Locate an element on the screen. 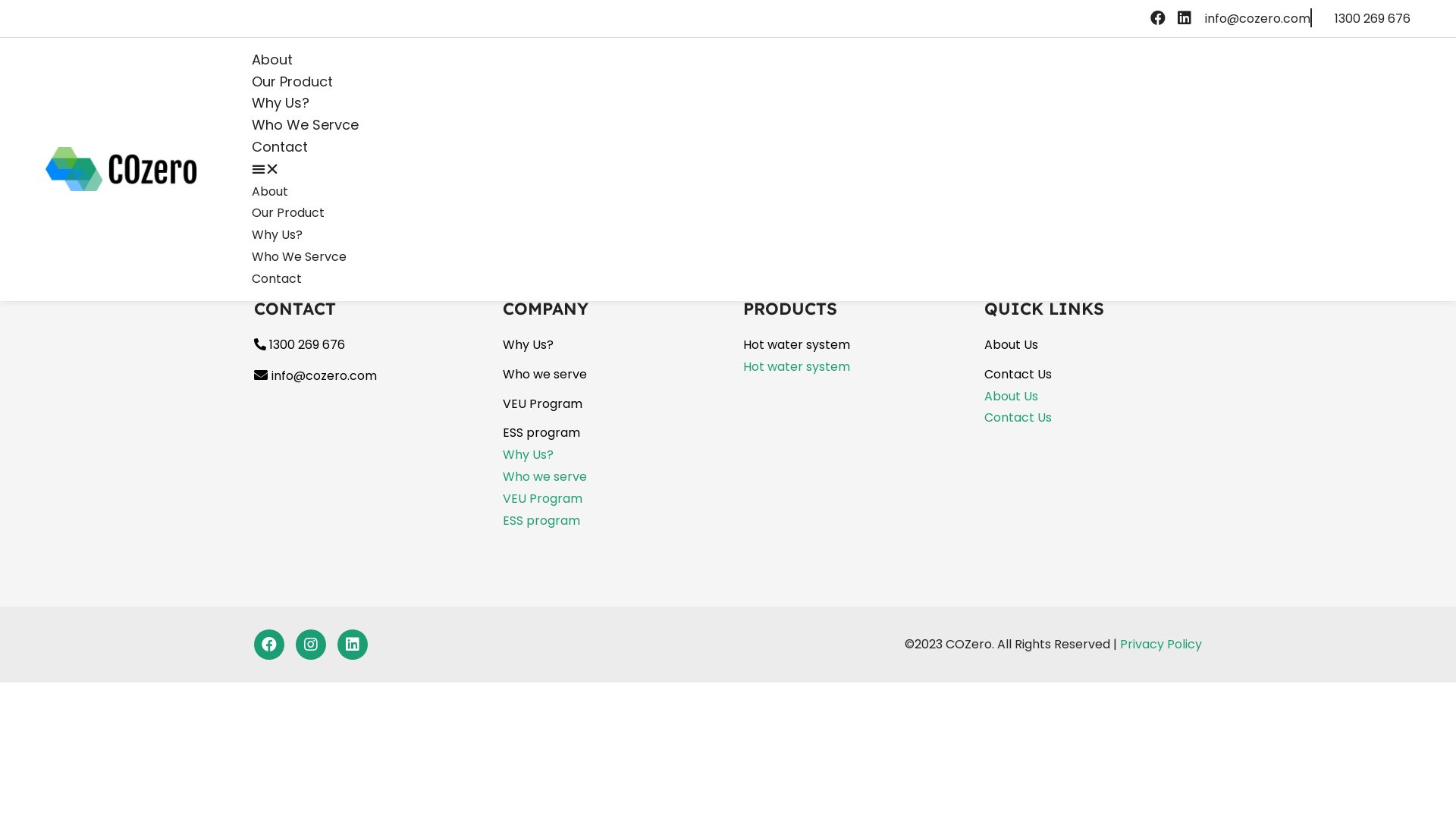 The width and height of the screenshot is (1456, 819). 'About' is located at coordinates (272, 58).